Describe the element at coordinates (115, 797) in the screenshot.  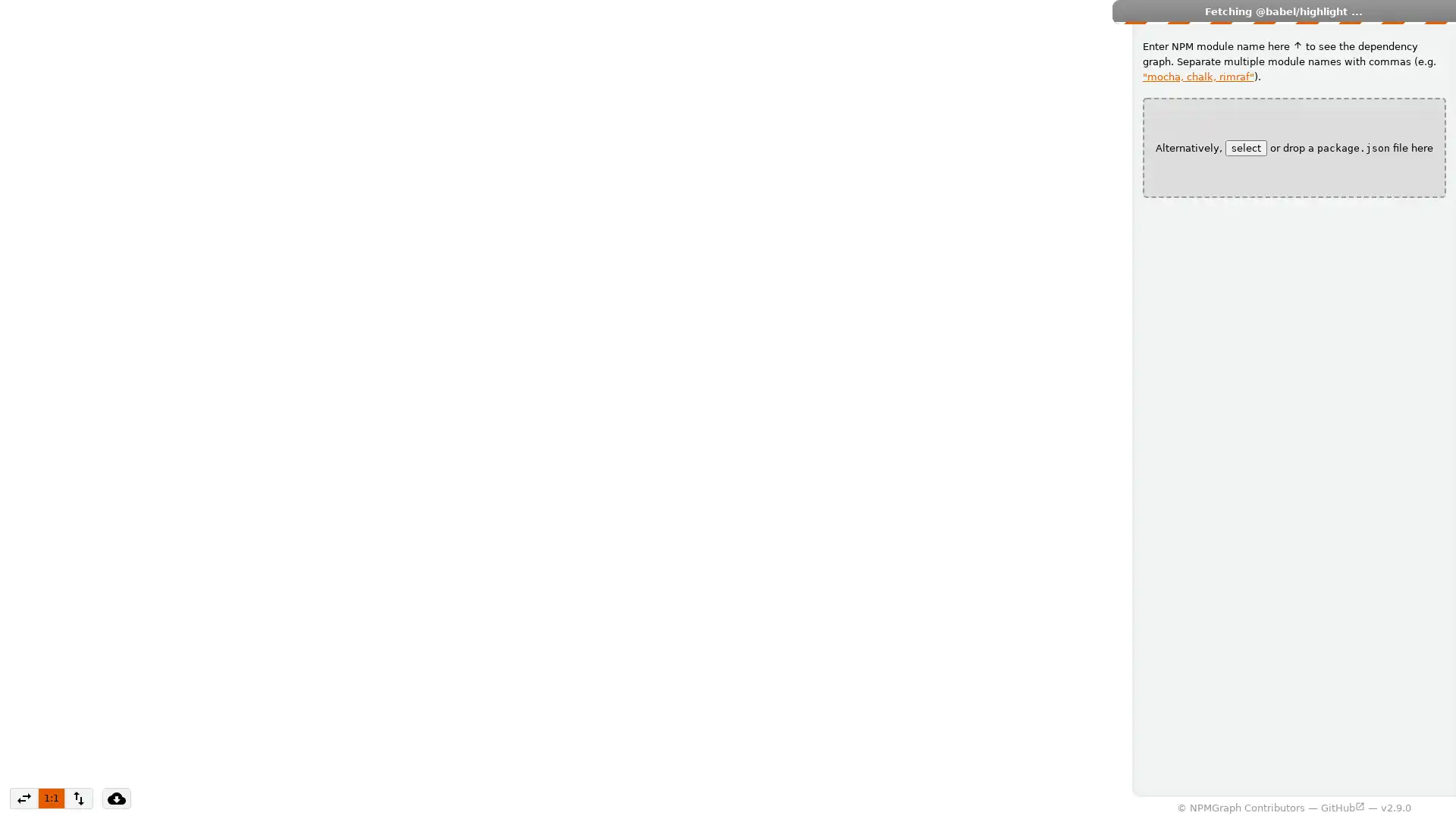
I see `cloud_download` at that location.